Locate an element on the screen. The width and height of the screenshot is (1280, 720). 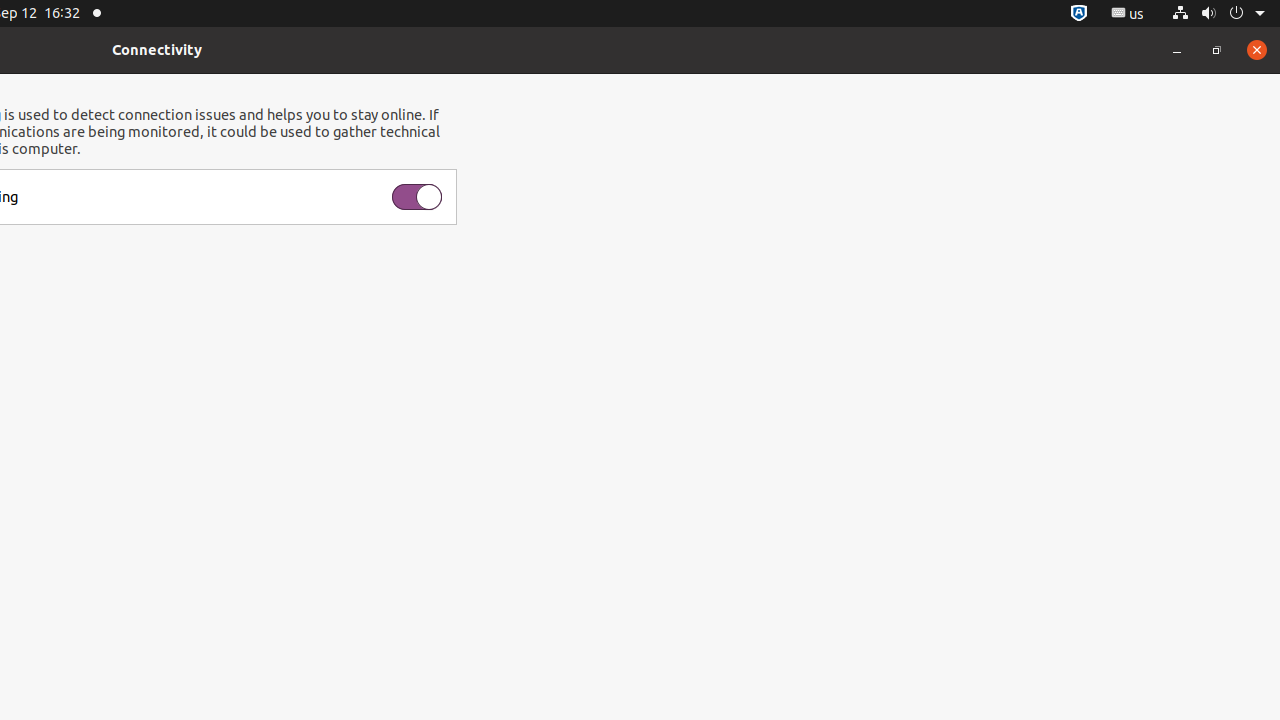
'Connectivity' is located at coordinates (156, 48).